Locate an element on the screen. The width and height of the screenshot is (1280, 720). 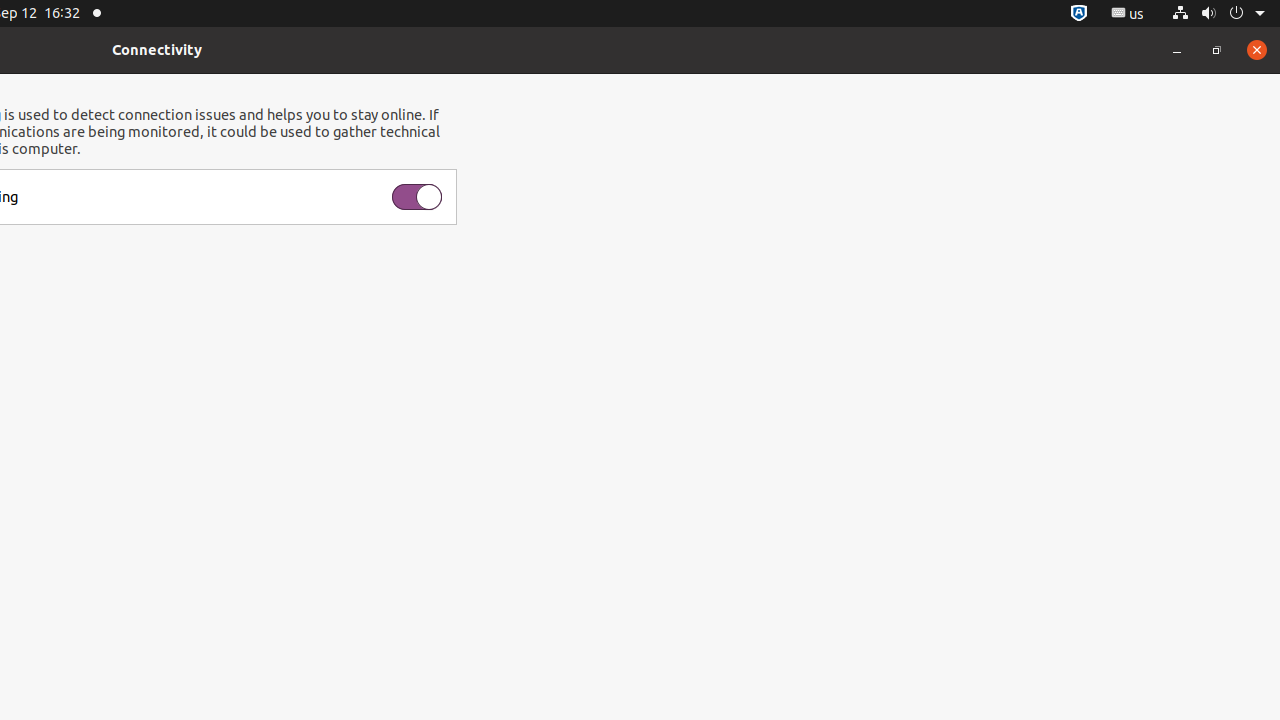
'Connectivity' is located at coordinates (156, 48).